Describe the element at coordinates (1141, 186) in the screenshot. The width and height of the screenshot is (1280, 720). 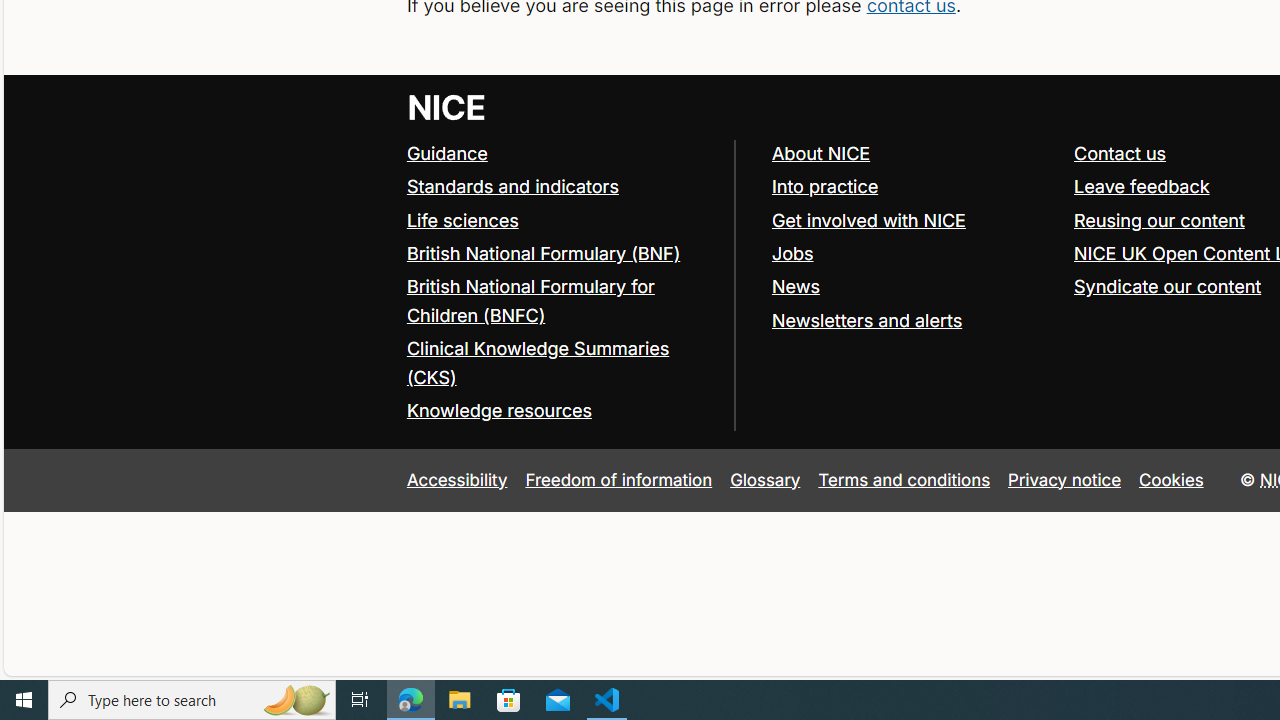
I see `'Leave feedback'` at that location.